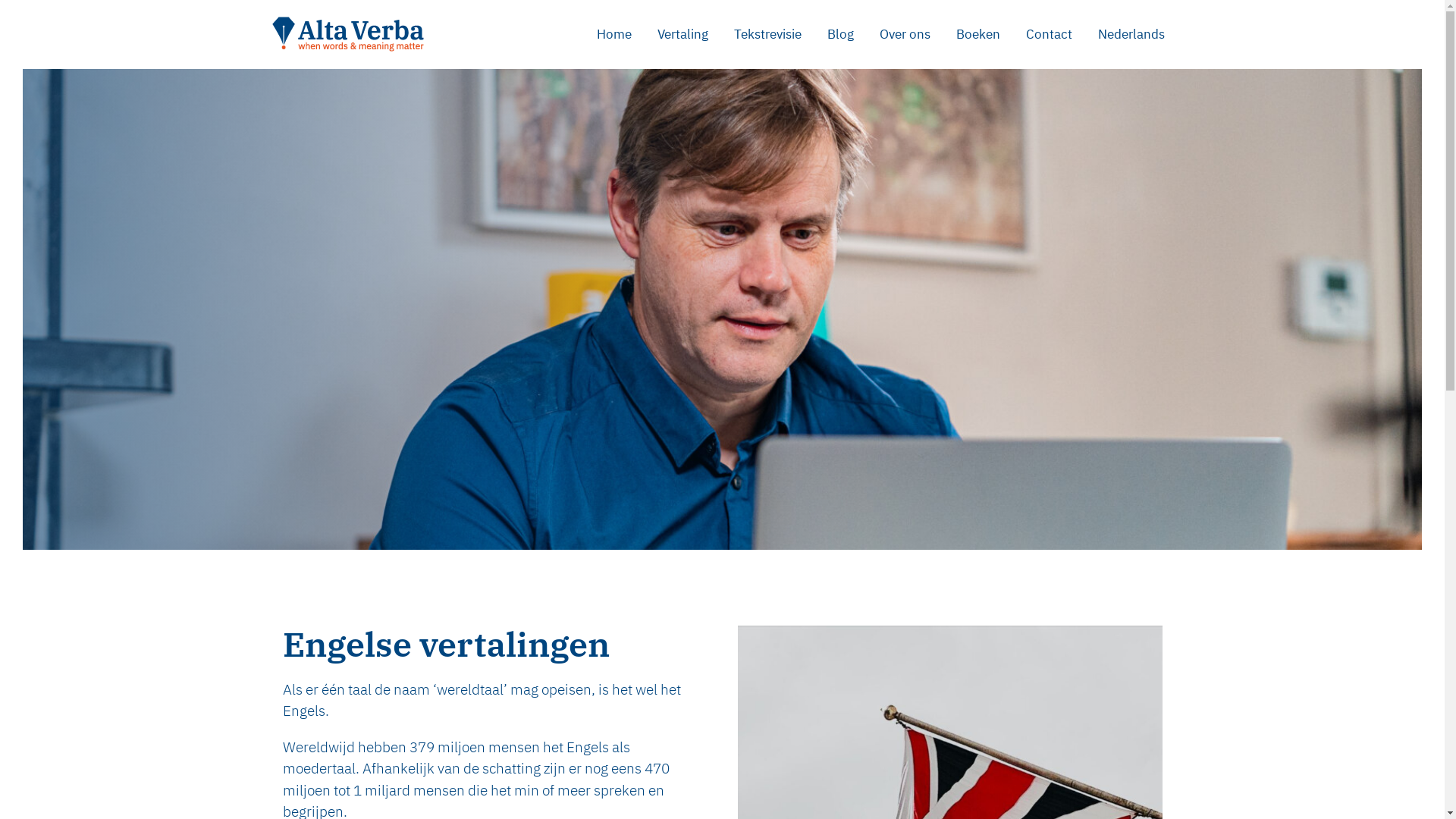 The height and width of the screenshot is (819, 1456). Describe the element at coordinates (904, 34) in the screenshot. I see `'Over ons'` at that location.